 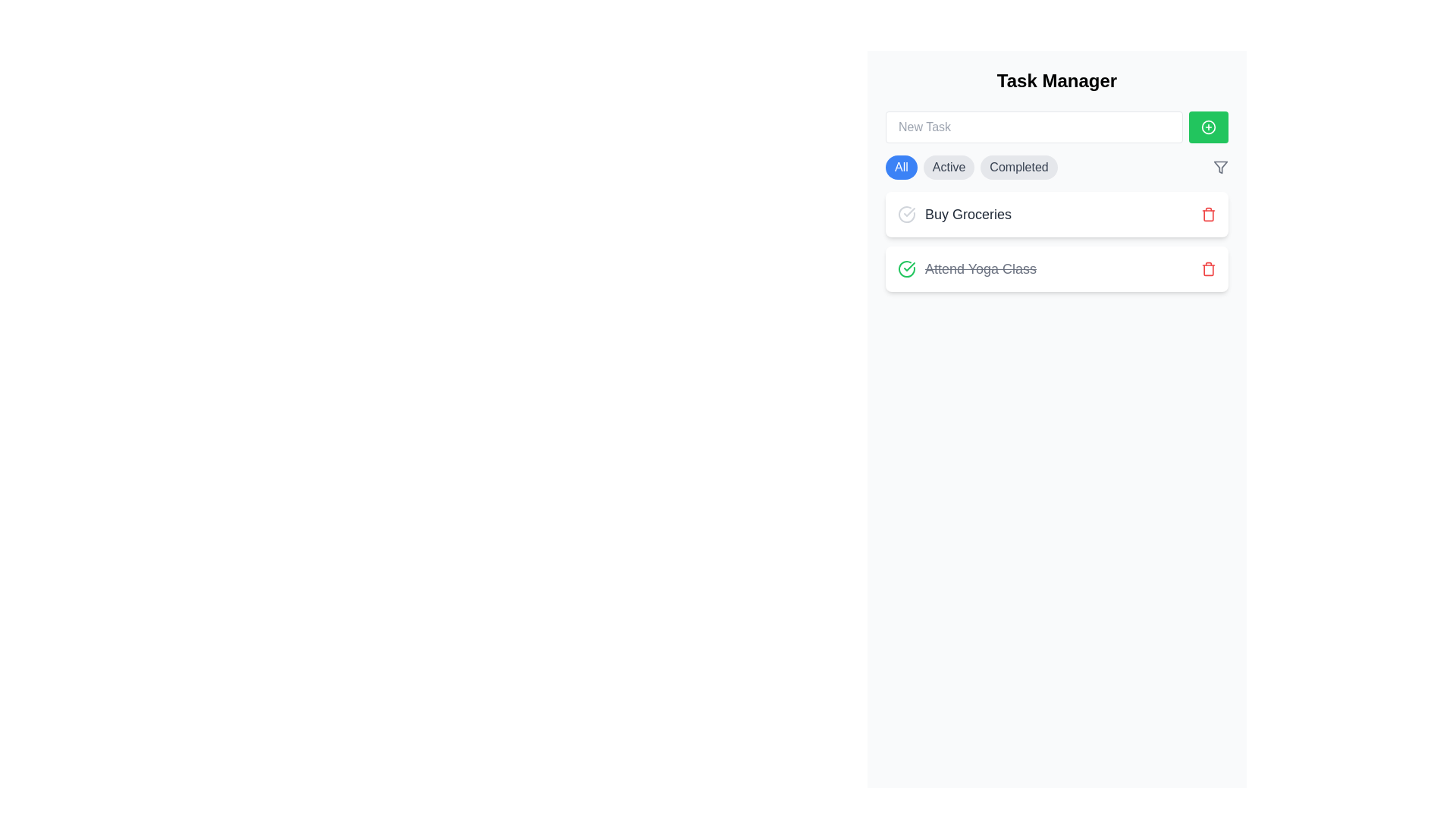 What do you see at coordinates (901, 167) in the screenshot?
I see `the filter button labeled 'All' at the top-center of the interface` at bounding box center [901, 167].